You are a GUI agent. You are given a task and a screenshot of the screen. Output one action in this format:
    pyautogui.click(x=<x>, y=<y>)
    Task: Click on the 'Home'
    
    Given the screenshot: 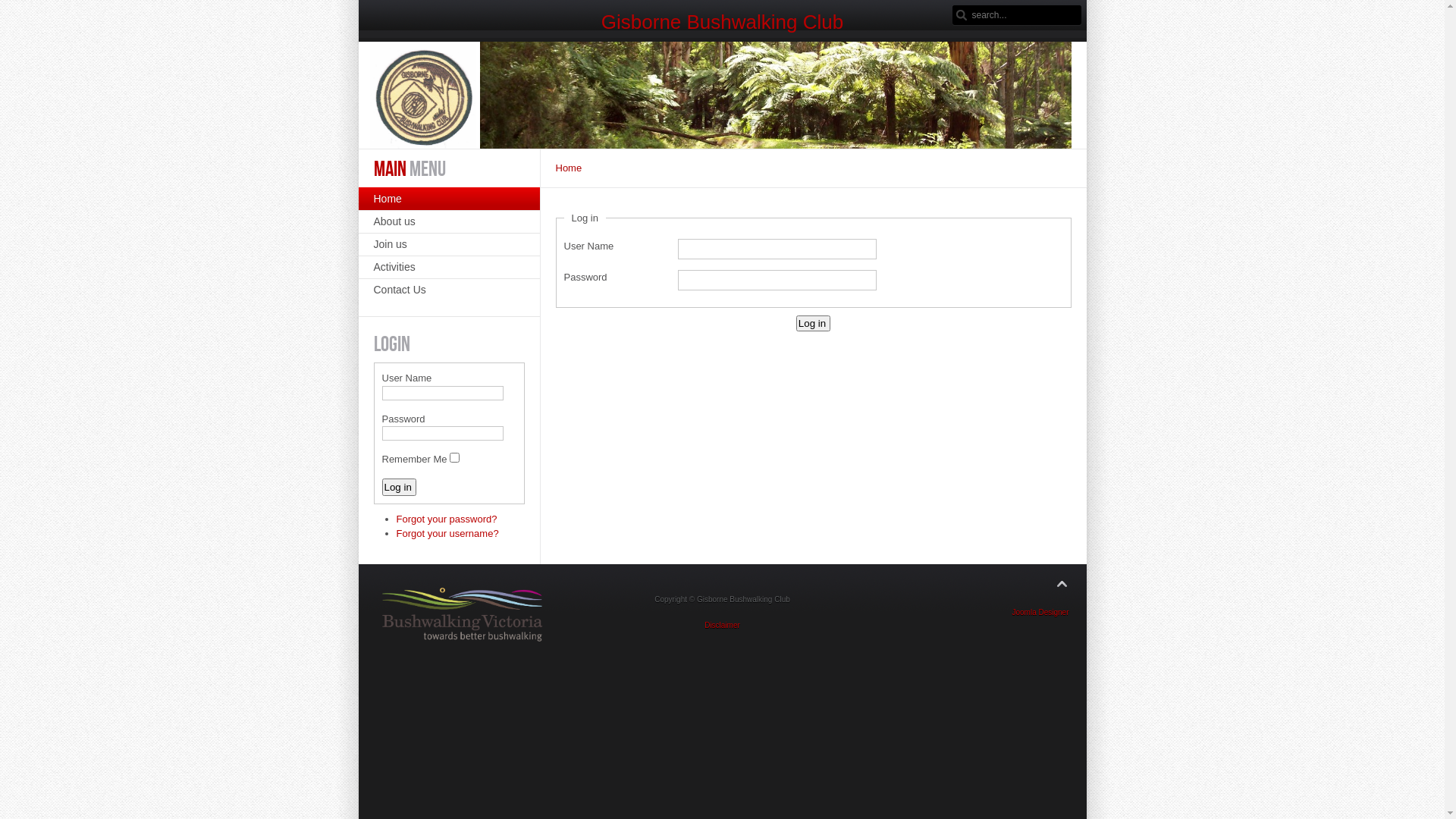 What is the action you would take?
    pyautogui.click(x=447, y=198)
    